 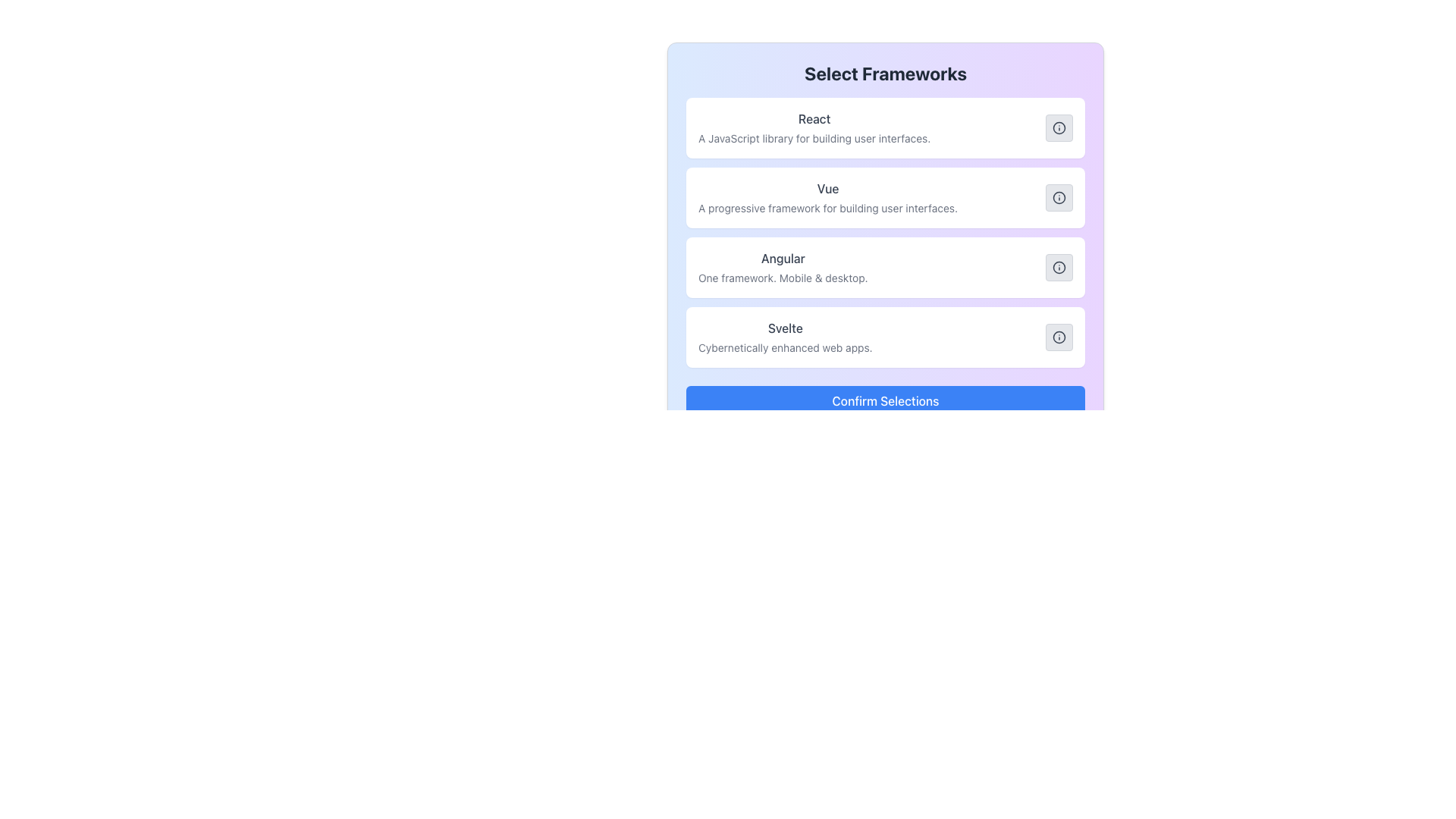 I want to click on text label displaying 'React' and its description, which is located at the top of the 'Select Frameworks' interface, so click(x=814, y=127).